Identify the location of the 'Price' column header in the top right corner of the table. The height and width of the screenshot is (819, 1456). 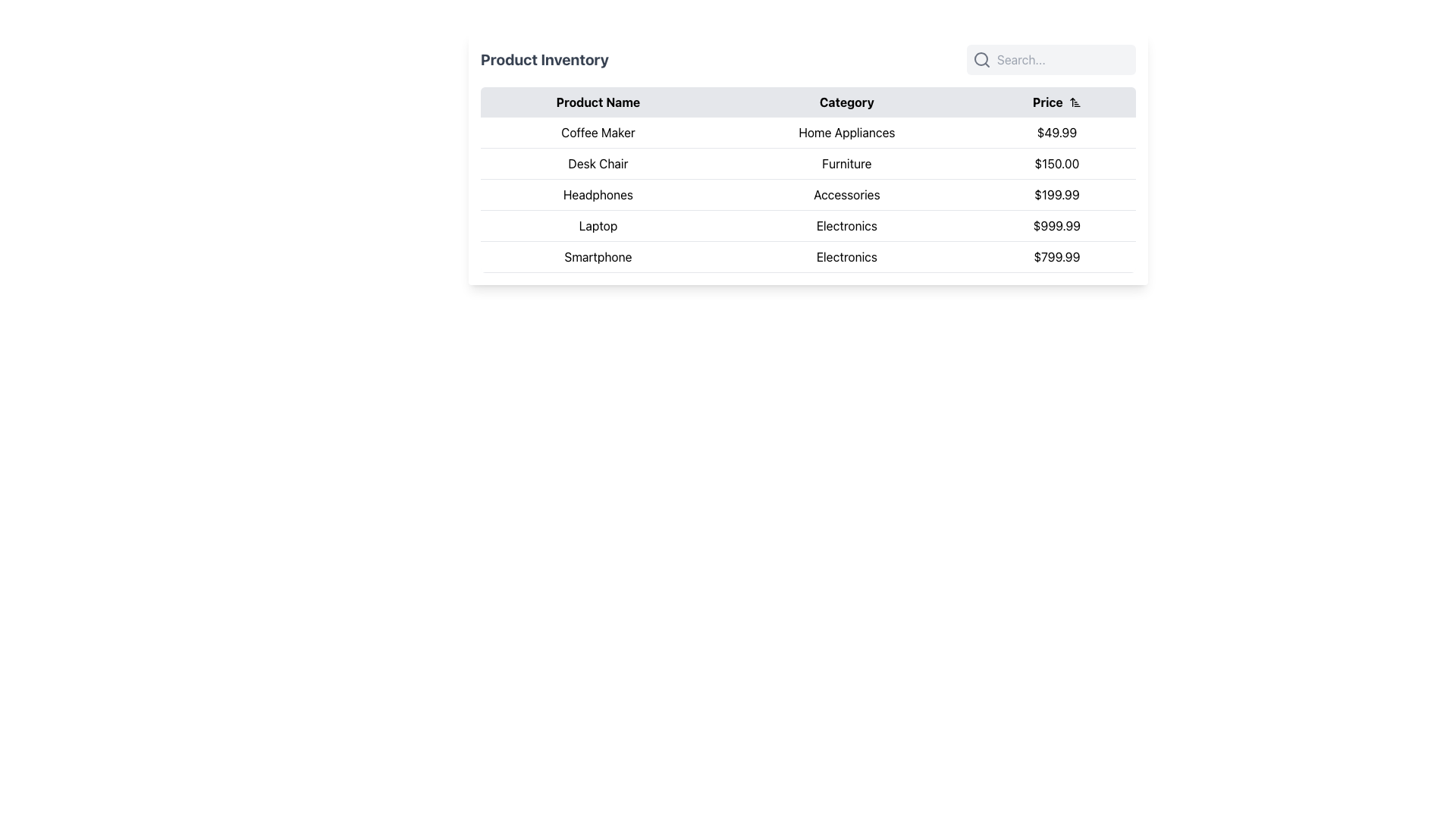
(1056, 102).